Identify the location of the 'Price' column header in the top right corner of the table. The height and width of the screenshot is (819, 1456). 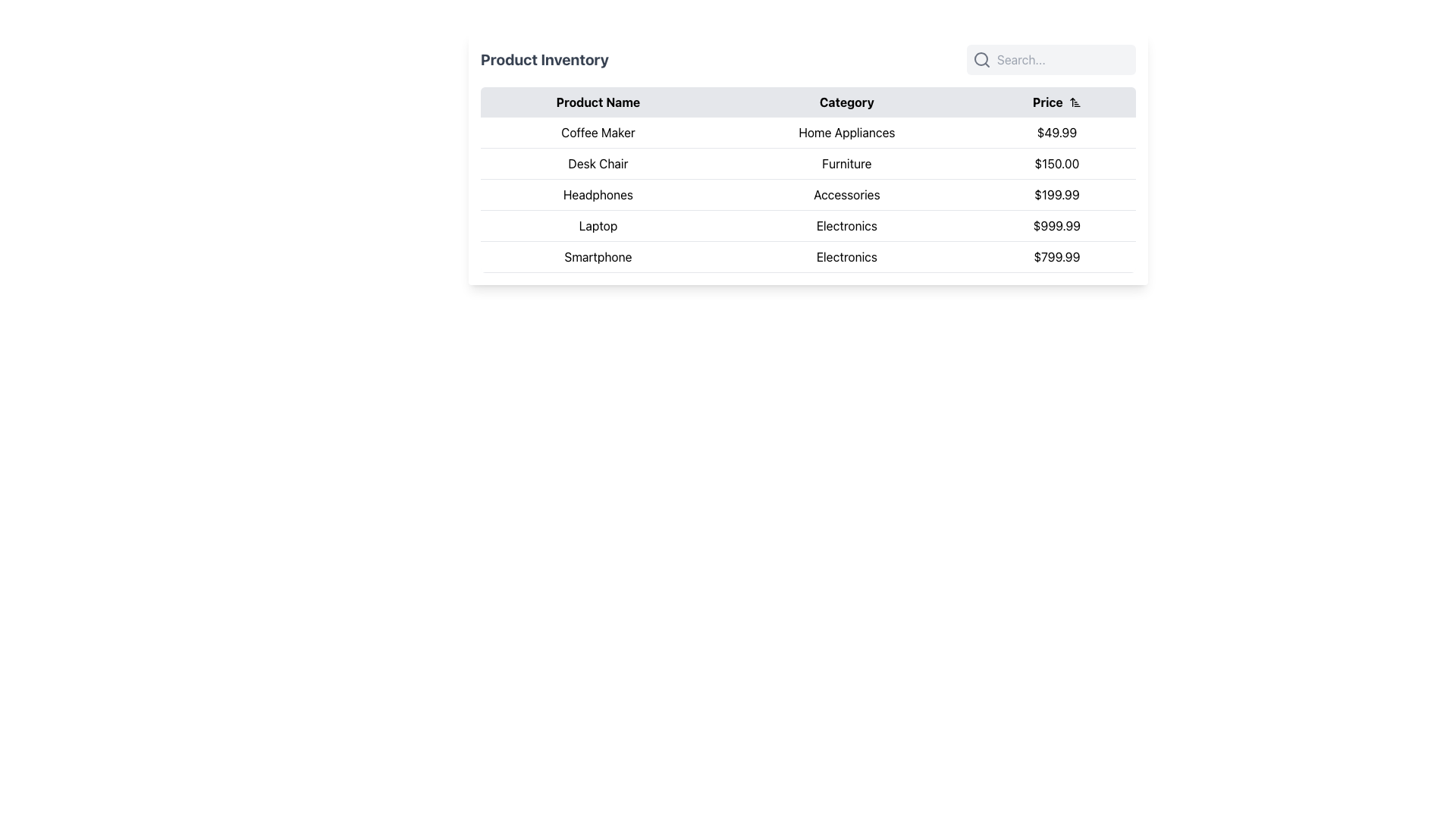
(1056, 102).